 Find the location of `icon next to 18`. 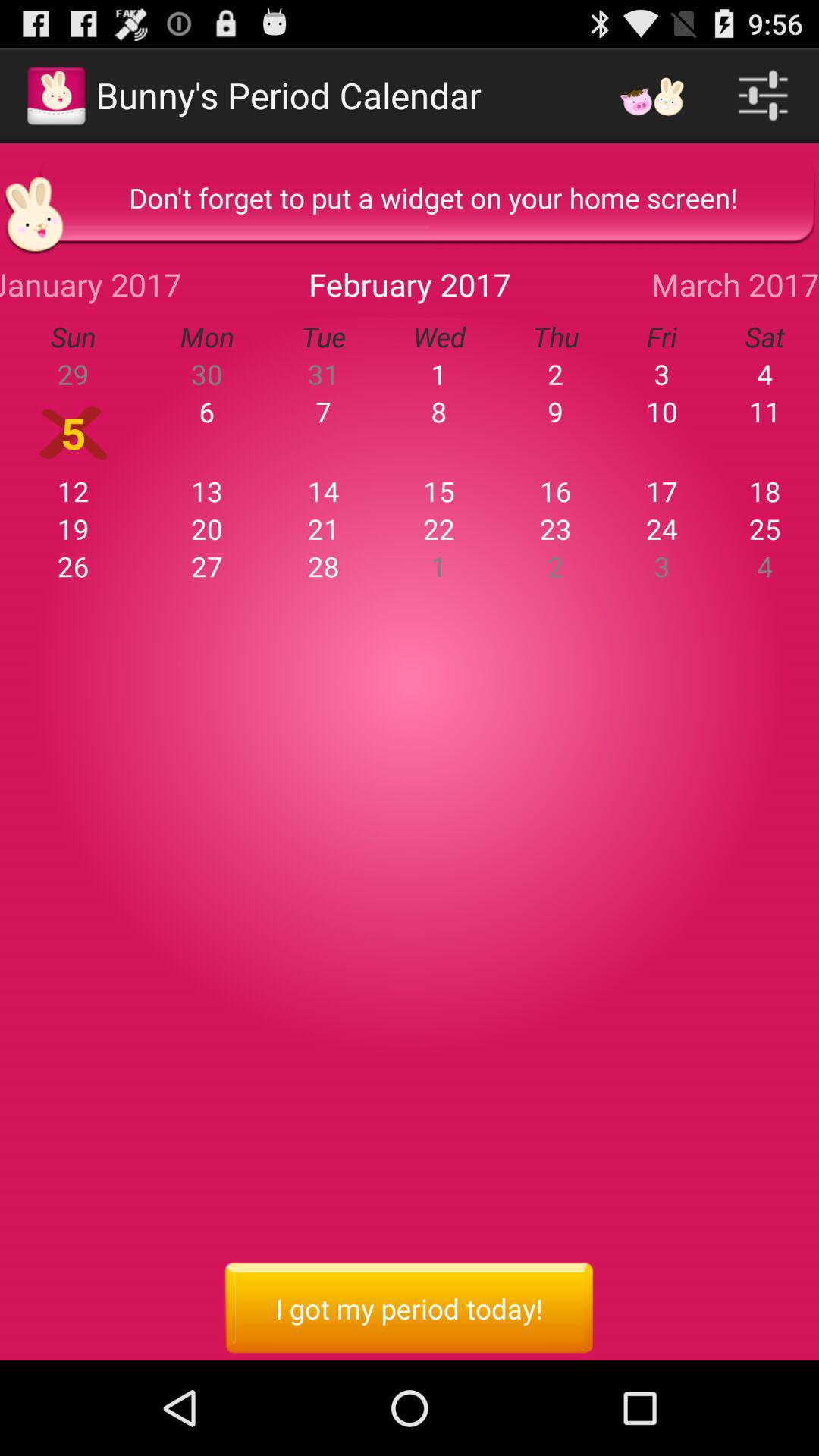

icon next to 18 is located at coordinates (661, 491).